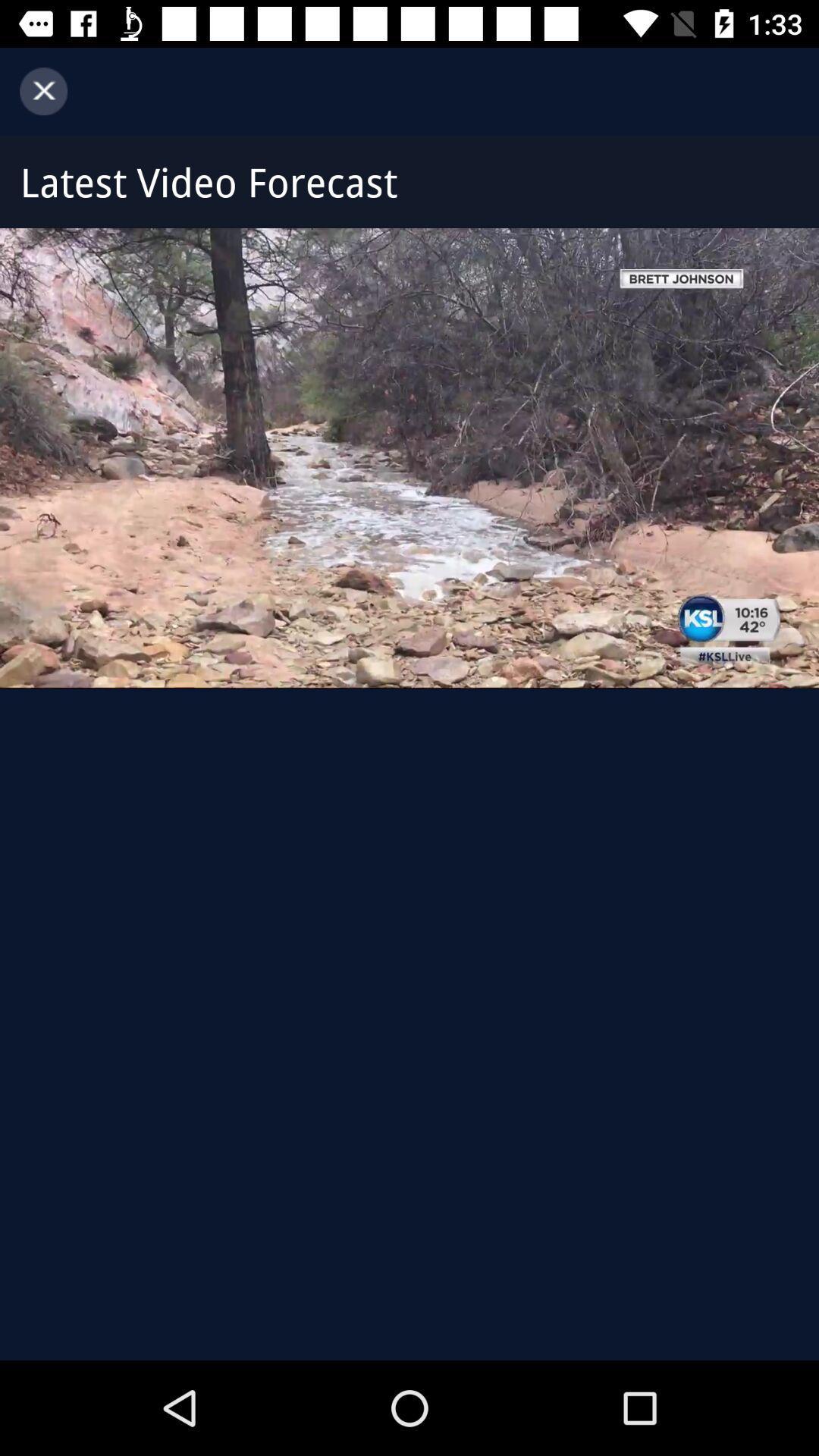 This screenshot has height=1456, width=819. Describe the element at coordinates (42, 90) in the screenshot. I see `the close icon` at that location.